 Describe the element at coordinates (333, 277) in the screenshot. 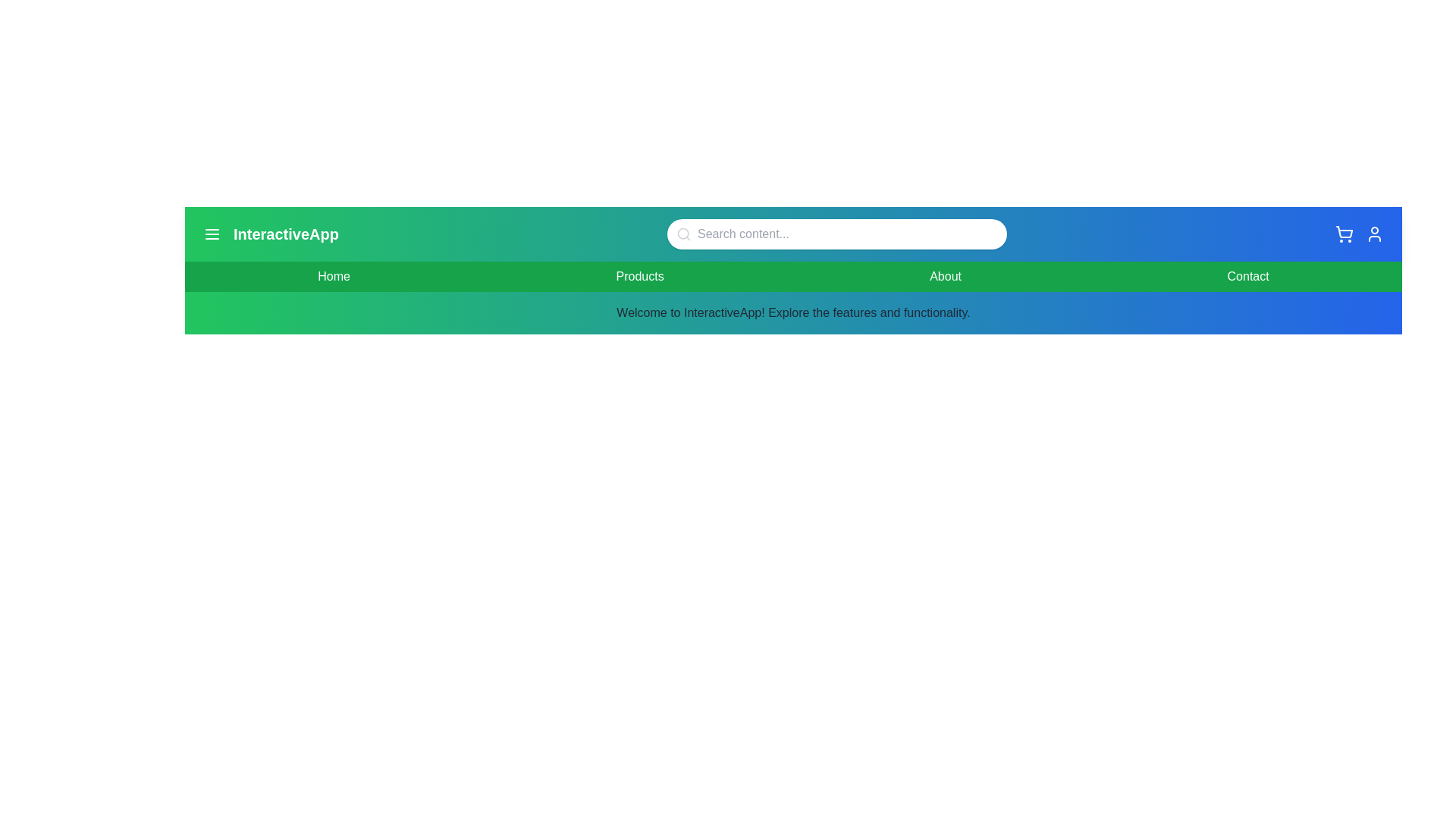

I see `the Home menu item to navigate` at that location.